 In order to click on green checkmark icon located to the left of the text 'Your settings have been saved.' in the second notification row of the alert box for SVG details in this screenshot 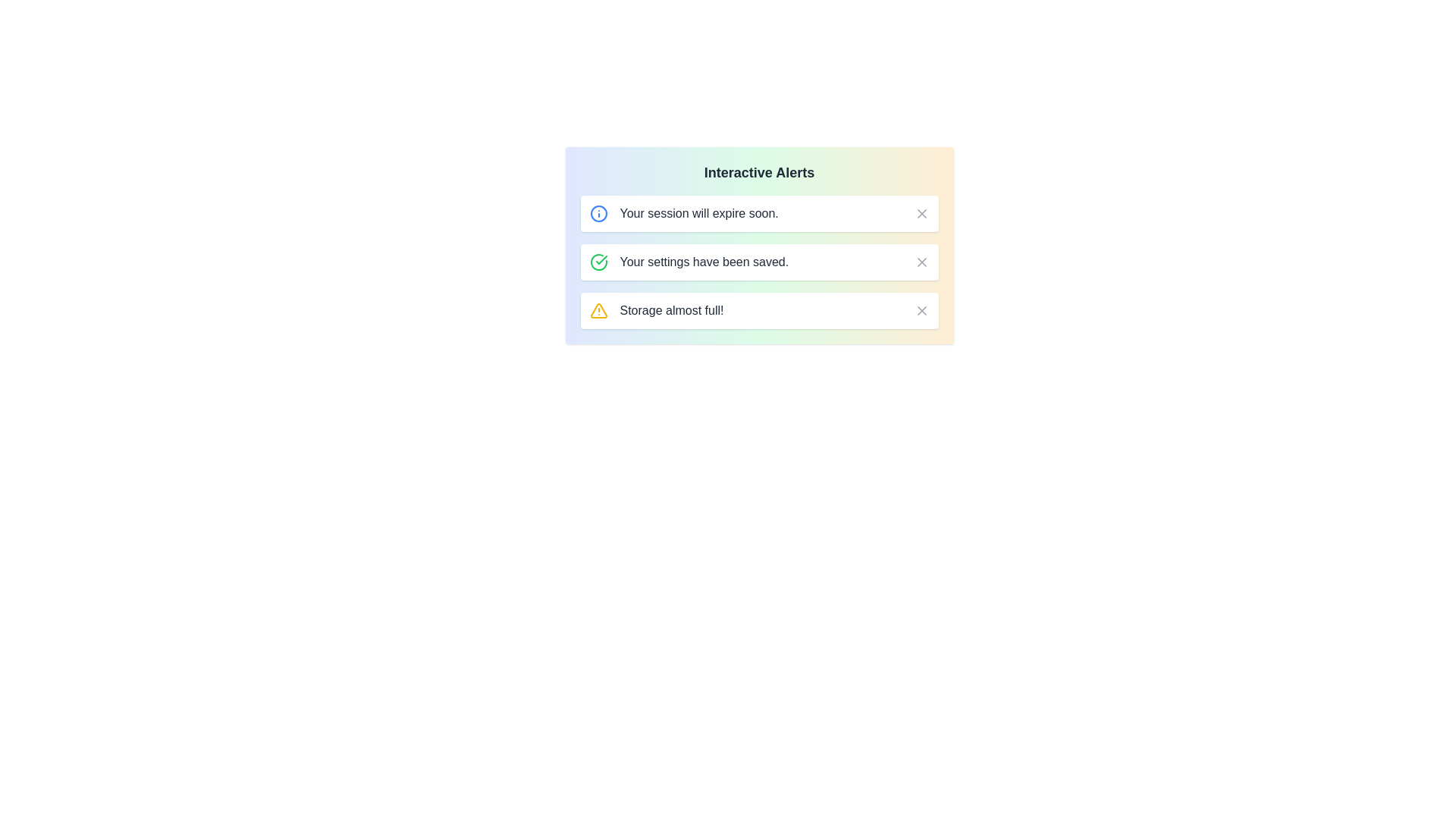, I will do `click(600, 259)`.